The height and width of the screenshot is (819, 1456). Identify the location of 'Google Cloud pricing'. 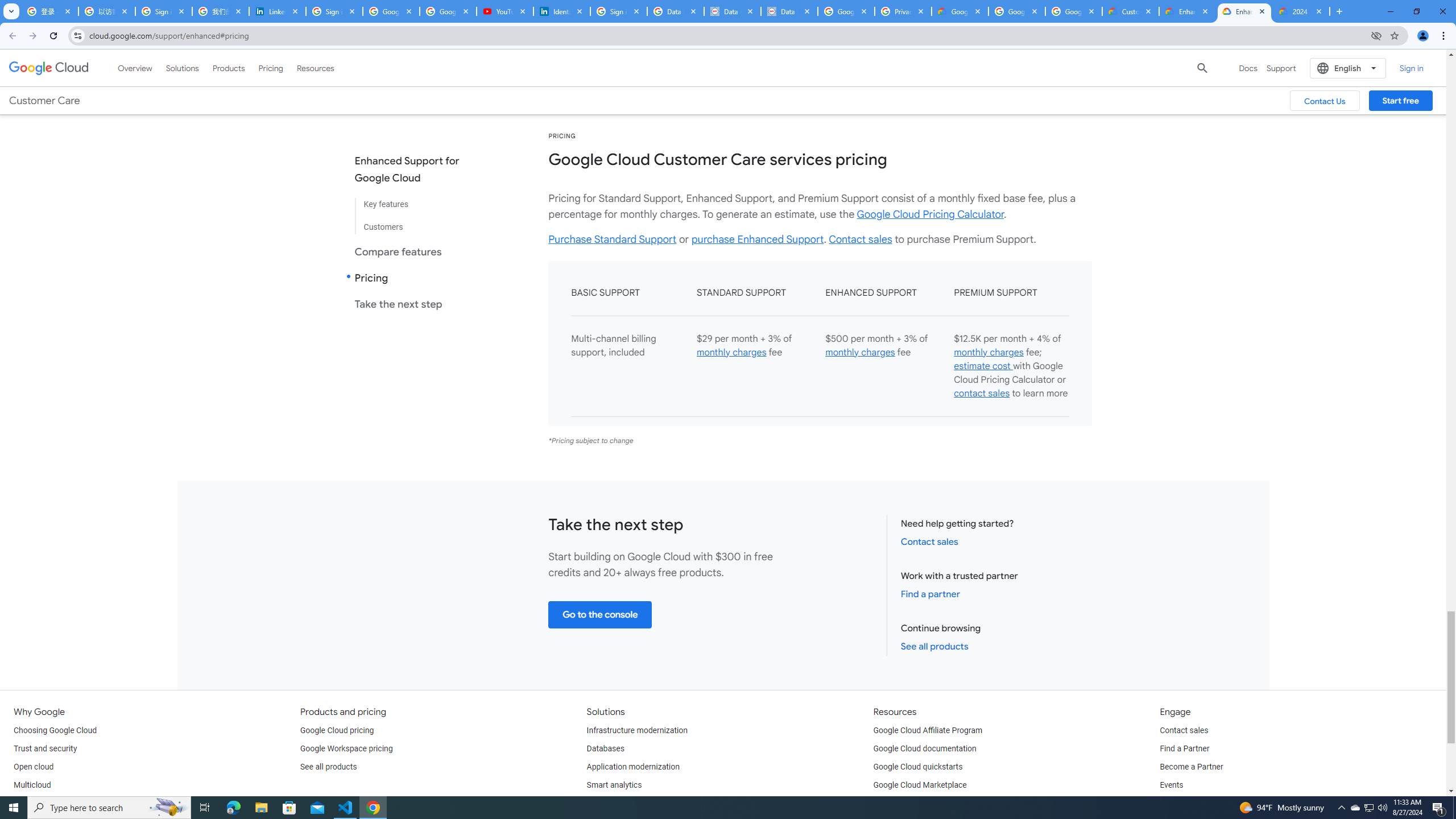
(336, 730).